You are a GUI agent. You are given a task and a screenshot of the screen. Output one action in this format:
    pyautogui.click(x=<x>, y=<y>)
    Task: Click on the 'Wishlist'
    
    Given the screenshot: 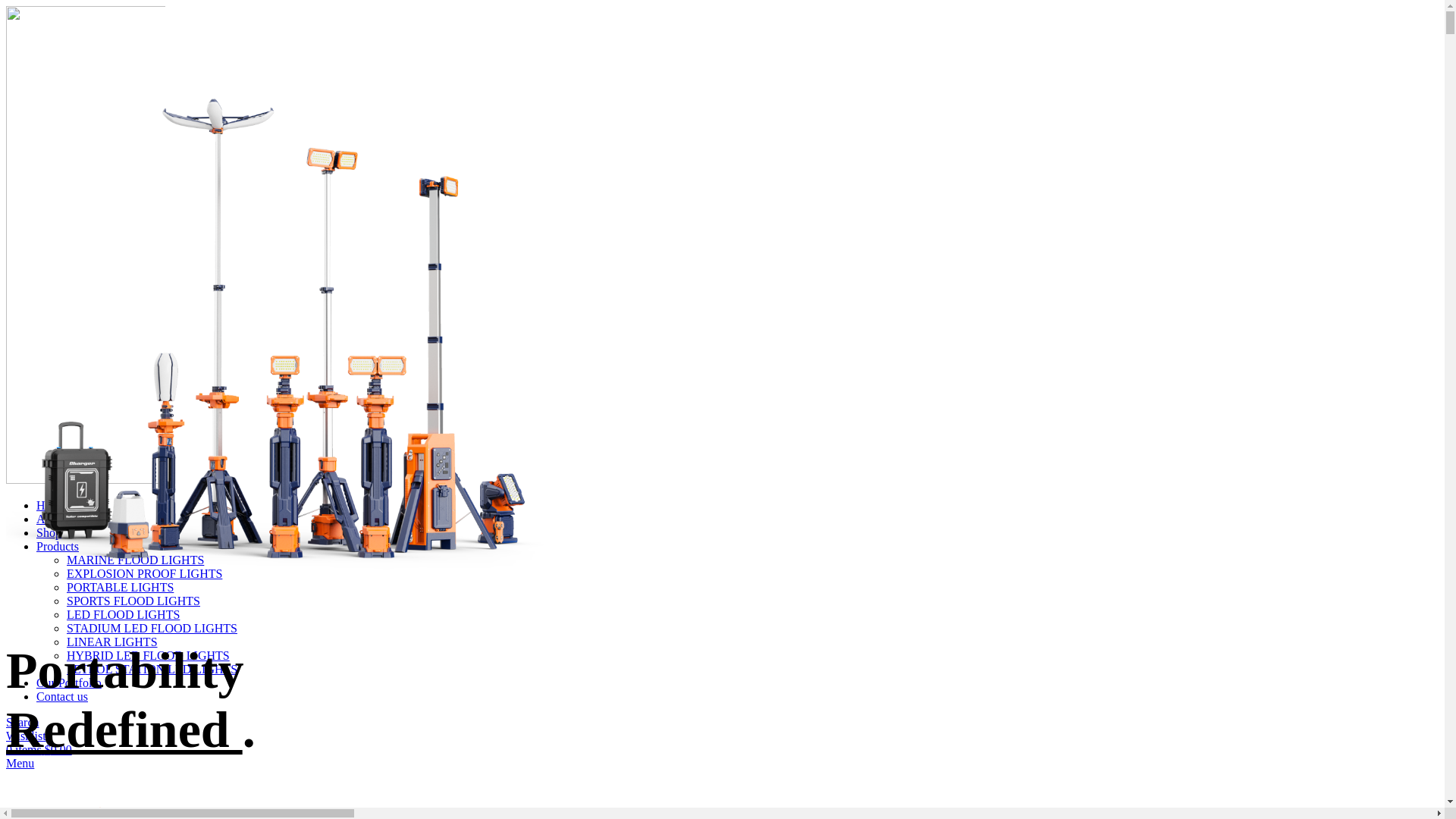 What is the action you would take?
    pyautogui.click(x=26, y=735)
    